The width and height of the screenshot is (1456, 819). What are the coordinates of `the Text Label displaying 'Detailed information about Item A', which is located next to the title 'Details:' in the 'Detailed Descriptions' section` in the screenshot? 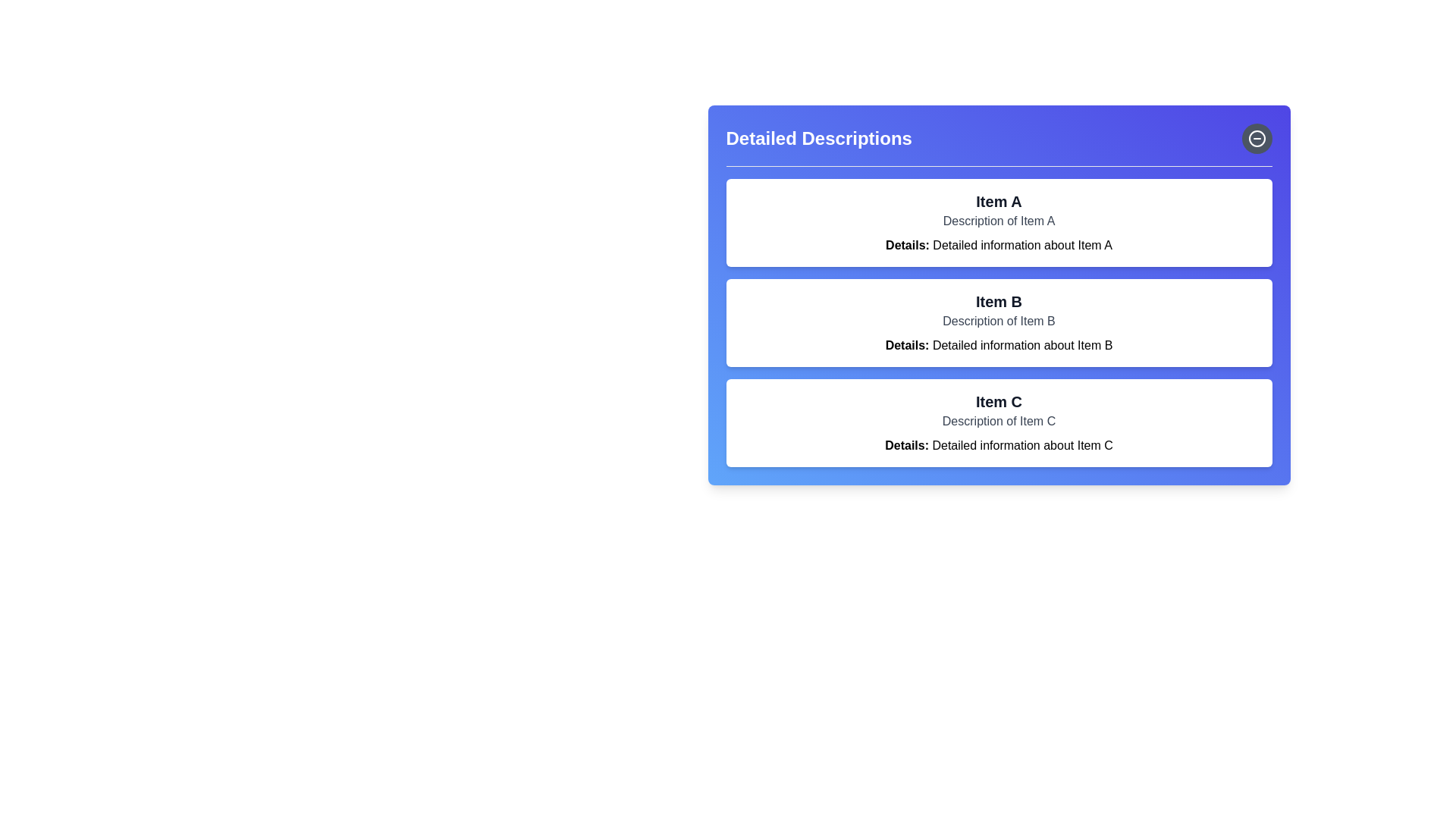 It's located at (1022, 244).